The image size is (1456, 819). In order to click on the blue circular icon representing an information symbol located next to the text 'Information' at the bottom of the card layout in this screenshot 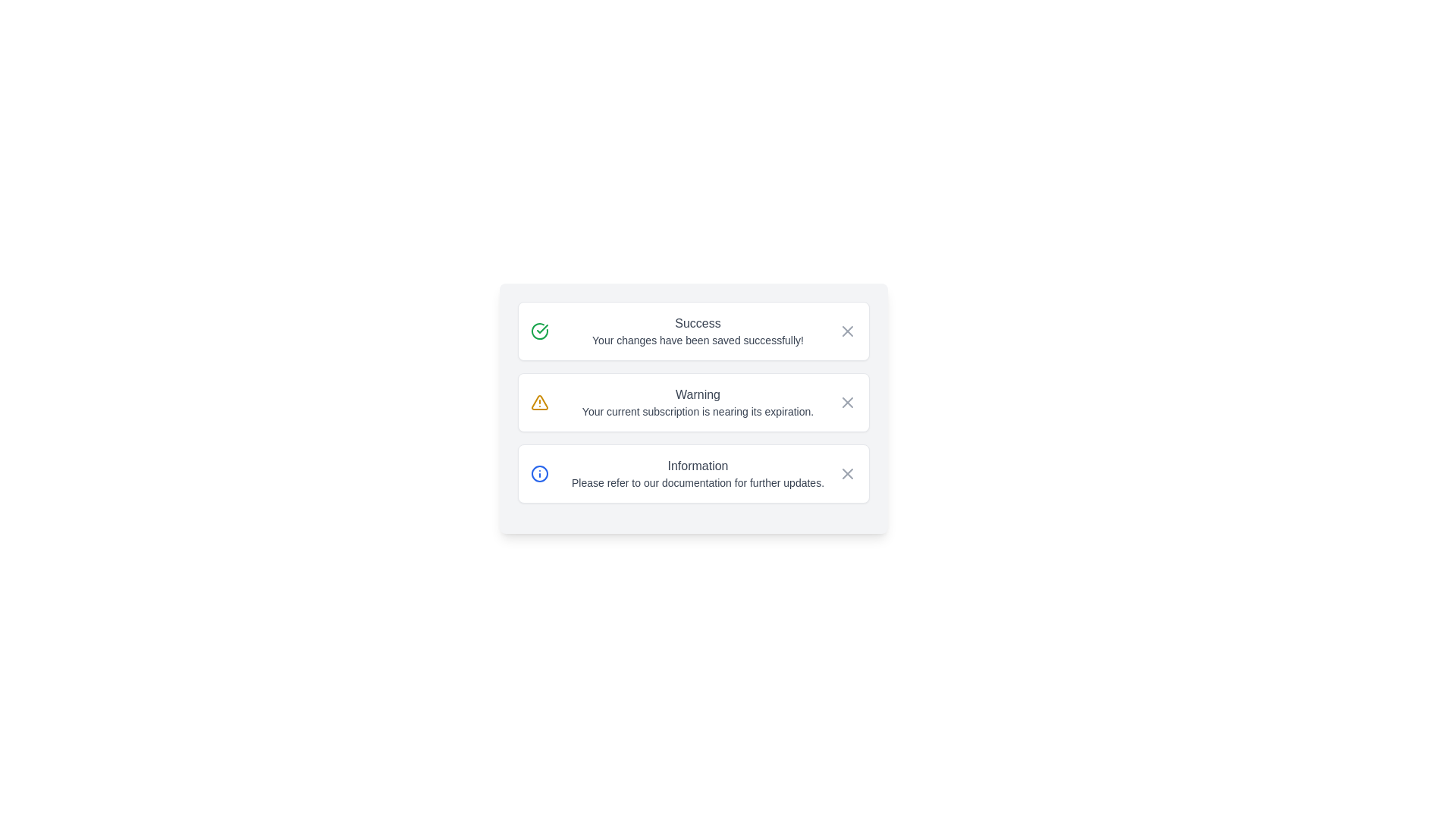, I will do `click(539, 472)`.